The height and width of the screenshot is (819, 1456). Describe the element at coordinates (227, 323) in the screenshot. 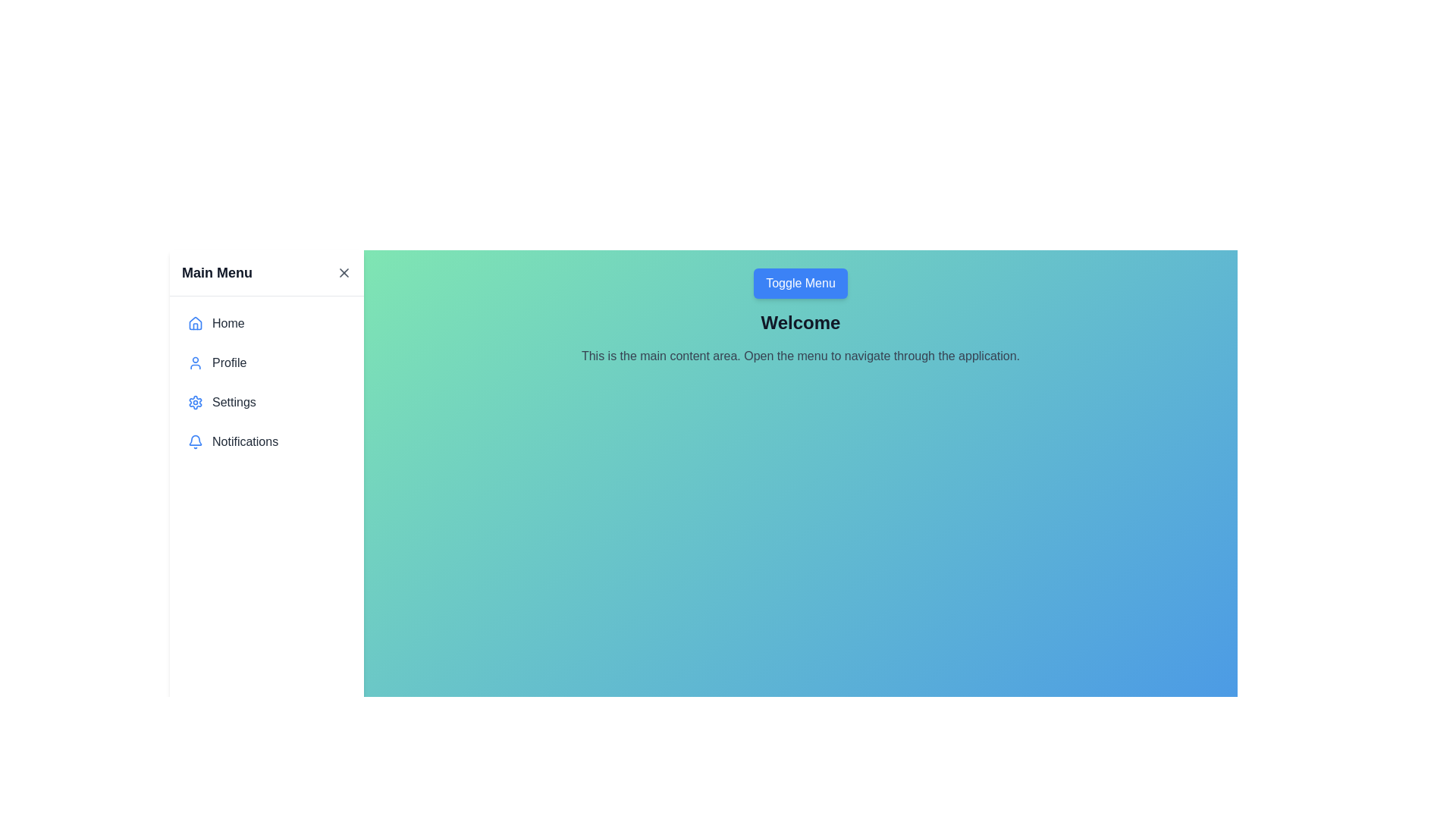

I see `text label indicating the functionality of the 'Home' menu item located on the left side of the interface` at that location.